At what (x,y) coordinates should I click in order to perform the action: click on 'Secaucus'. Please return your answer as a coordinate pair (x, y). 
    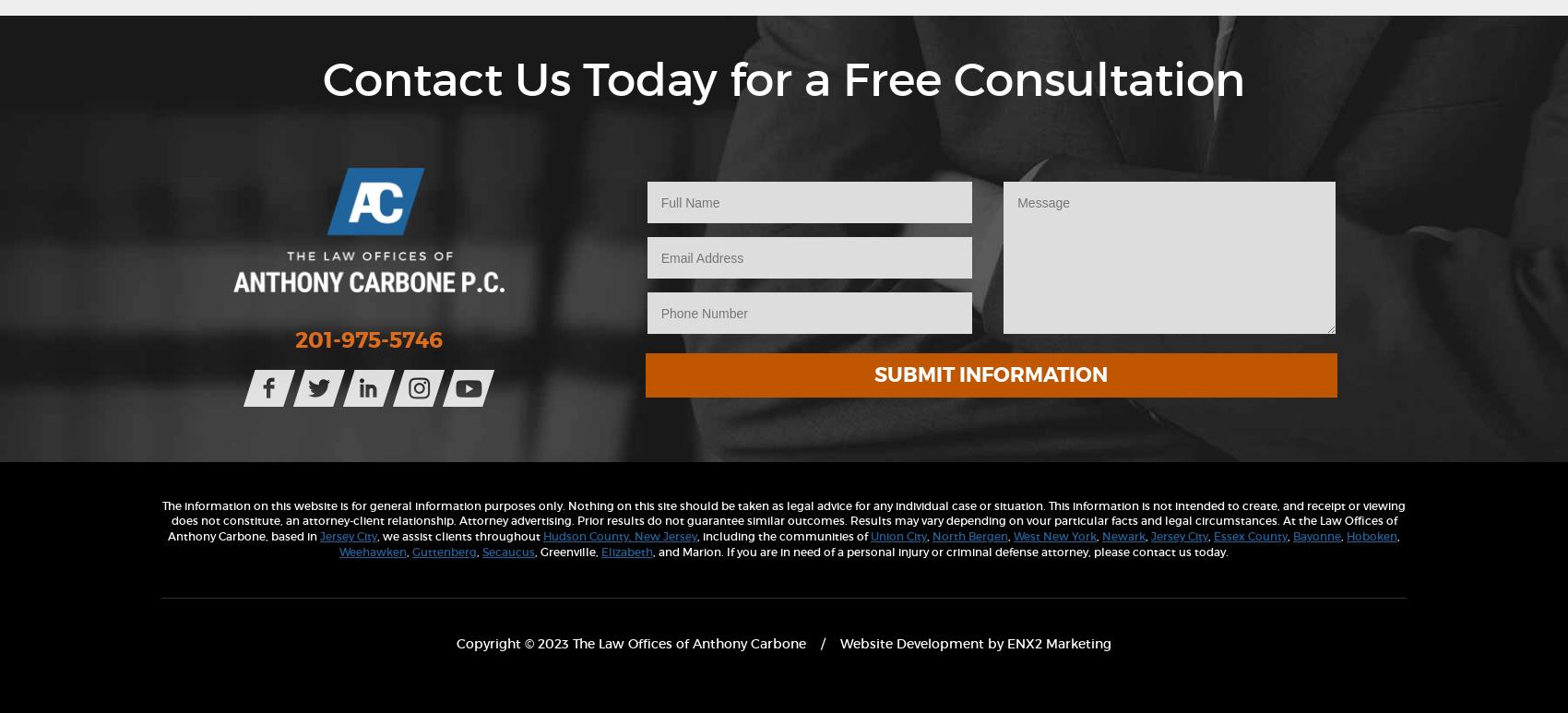
    Looking at the image, I should click on (507, 551).